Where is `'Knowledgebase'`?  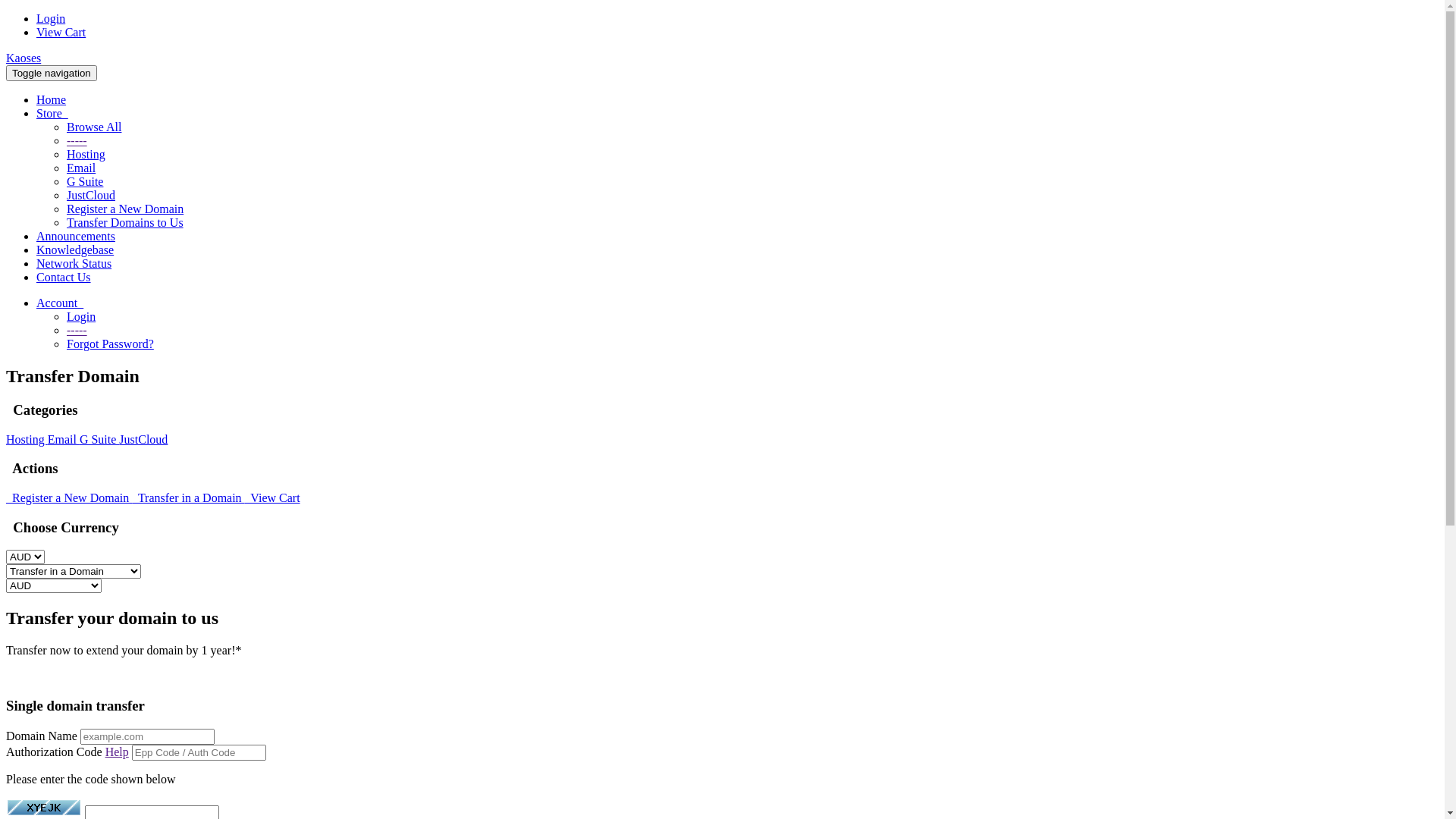
'Knowledgebase' is located at coordinates (74, 249).